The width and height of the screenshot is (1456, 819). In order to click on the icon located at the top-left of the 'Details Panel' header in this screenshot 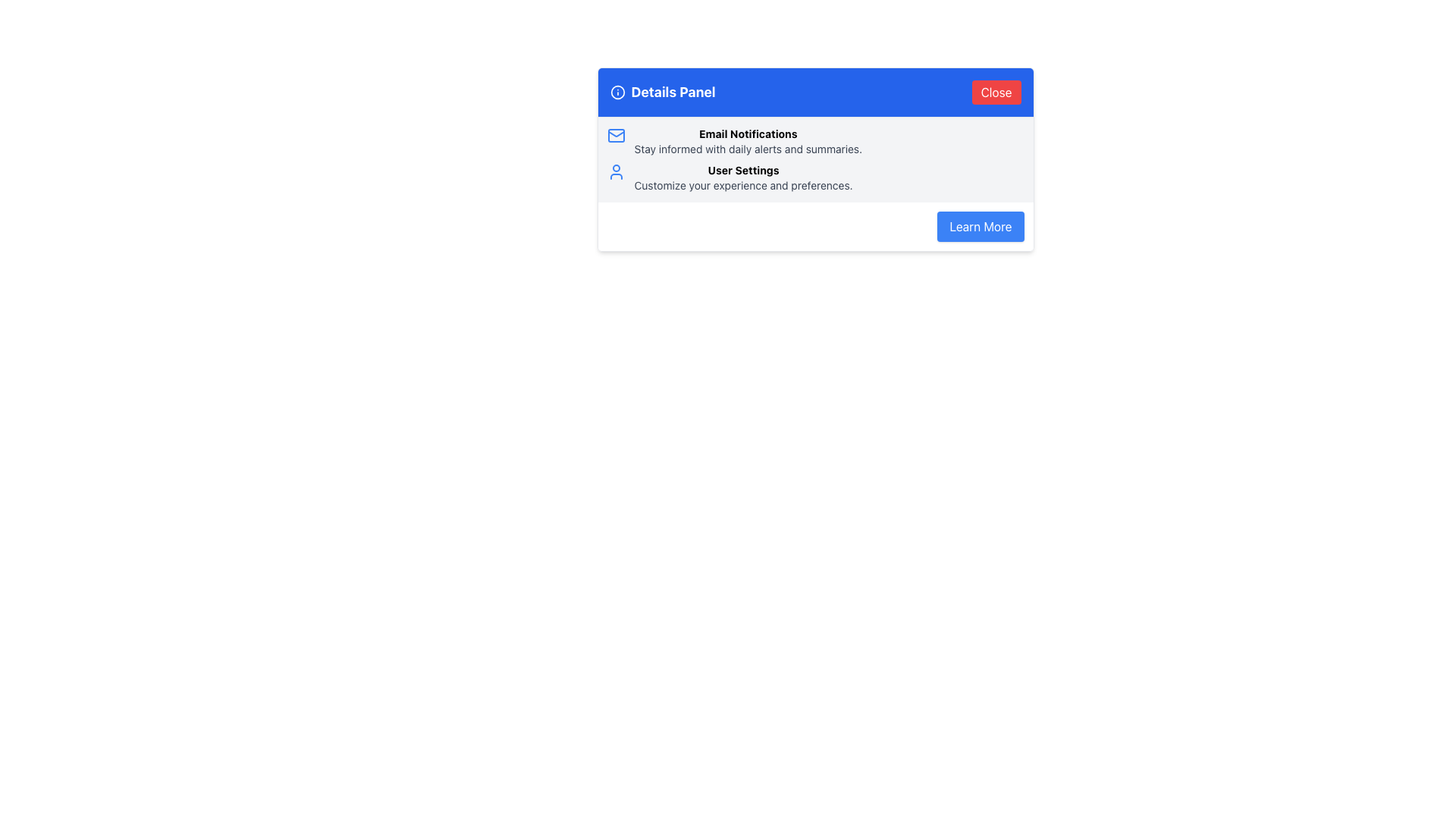, I will do `click(617, 93)`.